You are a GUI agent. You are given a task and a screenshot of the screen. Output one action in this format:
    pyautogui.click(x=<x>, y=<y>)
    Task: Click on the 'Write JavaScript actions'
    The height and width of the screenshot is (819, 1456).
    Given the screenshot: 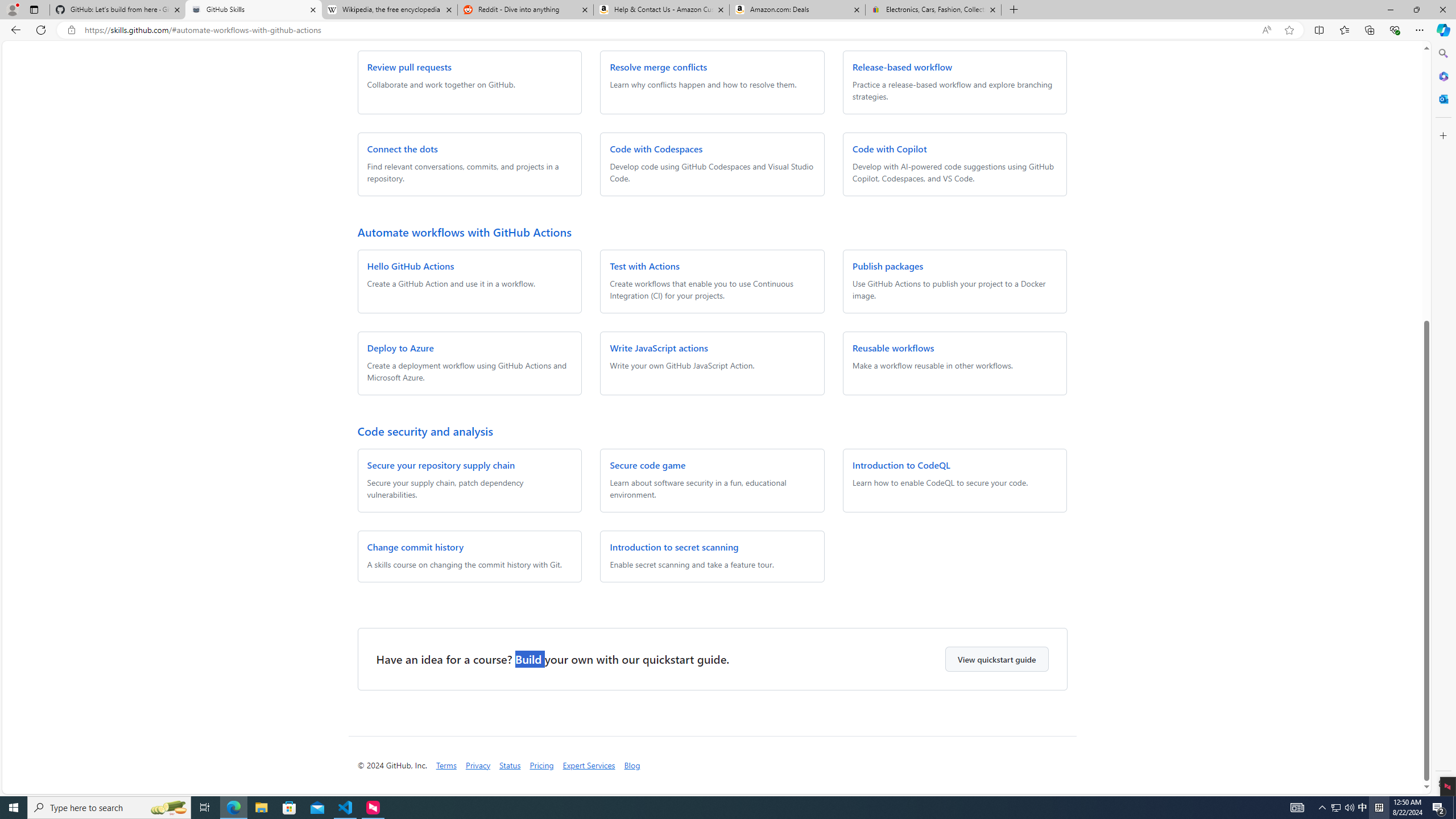 What is the action you would take?
    pyautogui.click(x=658, y=347)
    